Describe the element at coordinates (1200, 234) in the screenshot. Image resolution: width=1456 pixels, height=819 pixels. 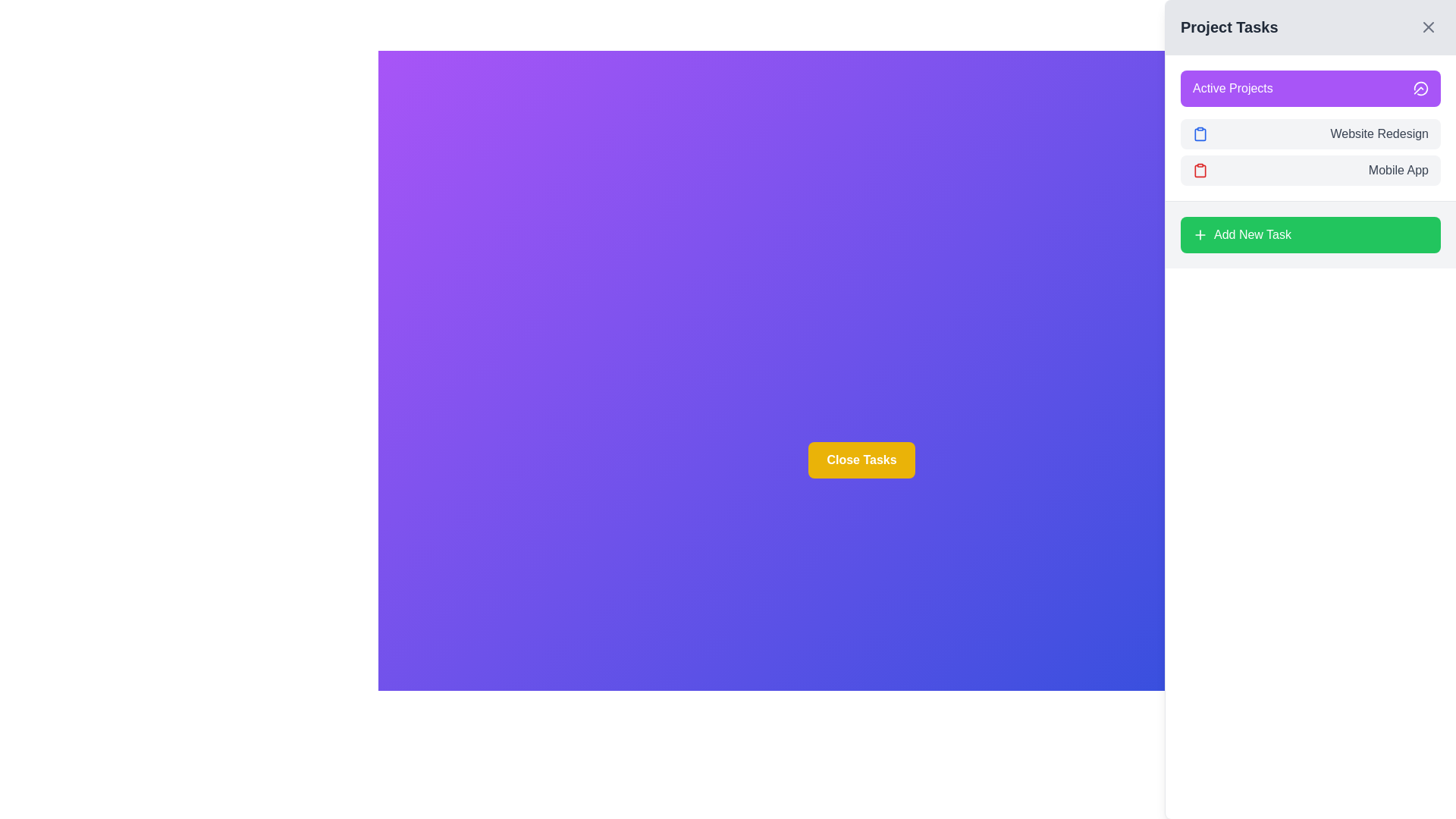
I see `the 'Add New Task' button, which contains the leftmost SVG icon representing the 'Add' action` at that location.